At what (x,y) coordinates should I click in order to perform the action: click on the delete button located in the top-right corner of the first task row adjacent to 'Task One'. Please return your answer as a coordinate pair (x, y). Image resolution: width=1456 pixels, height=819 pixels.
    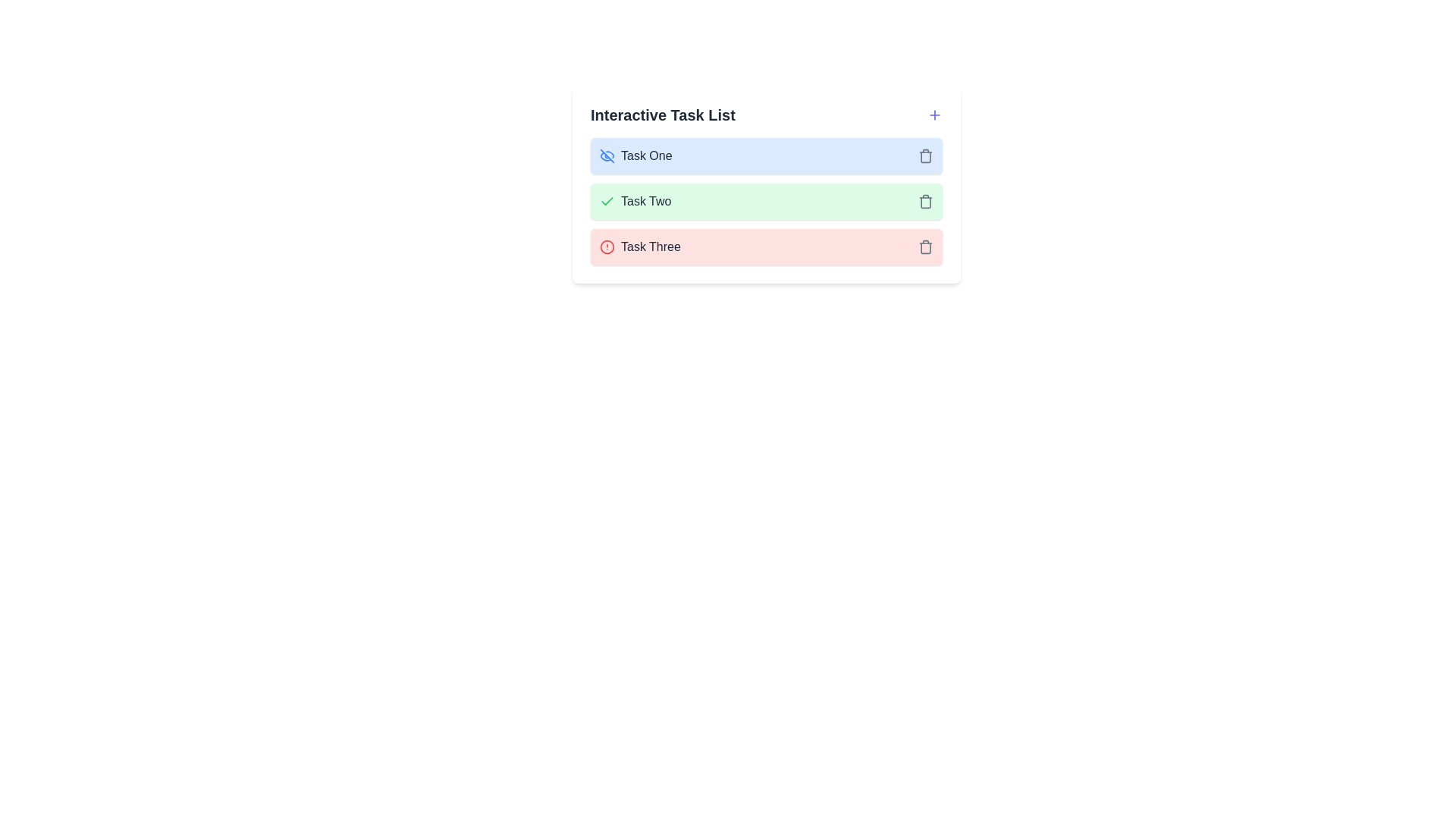
    Looking at the image, I should click on (924, 155).